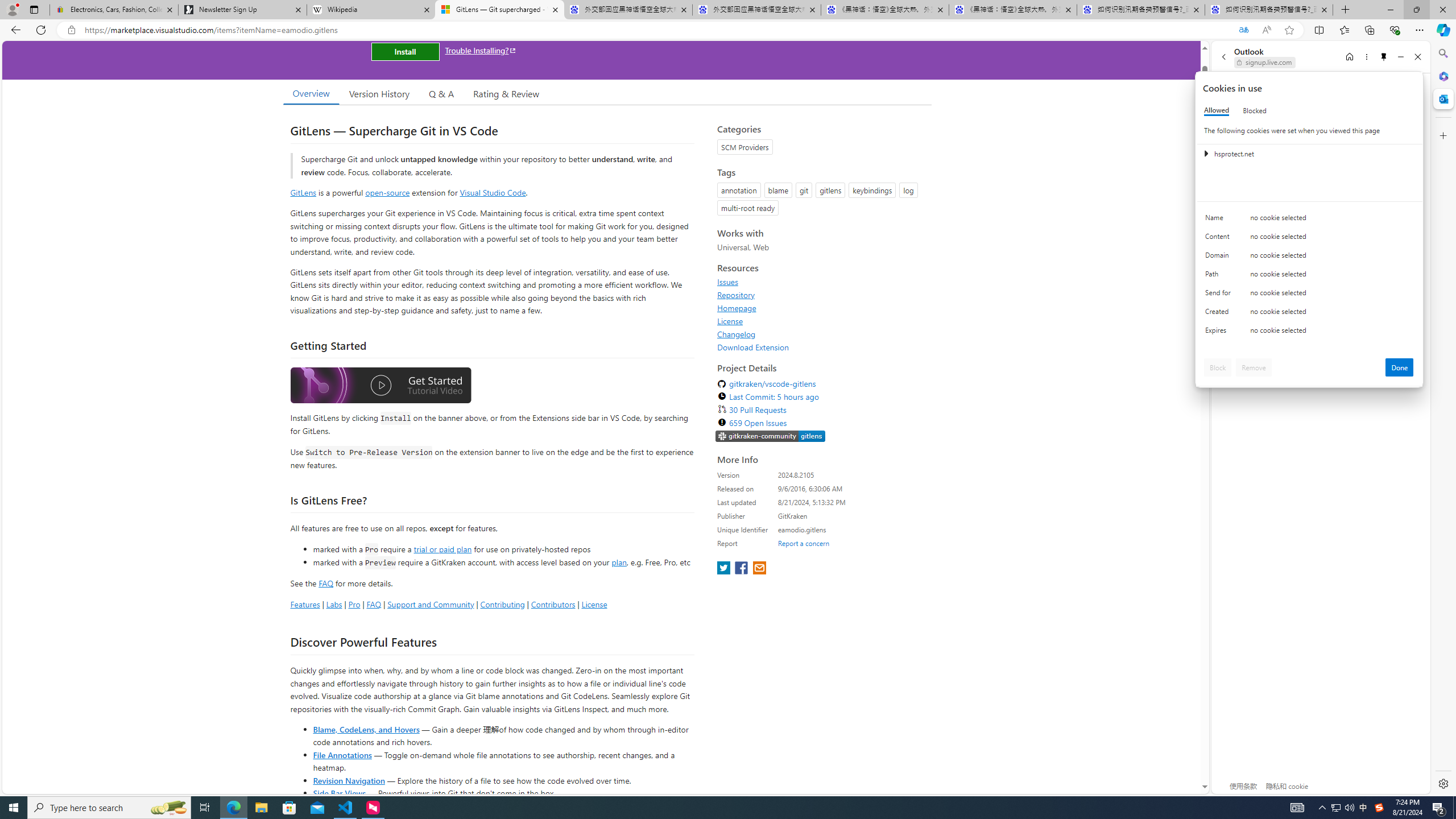 The width and height of the screenshot is (1456, 819). What do you see at coordinates (1219, 257) in the screenshot?
I see `'Domain'` at bounding box center [1219, 257].